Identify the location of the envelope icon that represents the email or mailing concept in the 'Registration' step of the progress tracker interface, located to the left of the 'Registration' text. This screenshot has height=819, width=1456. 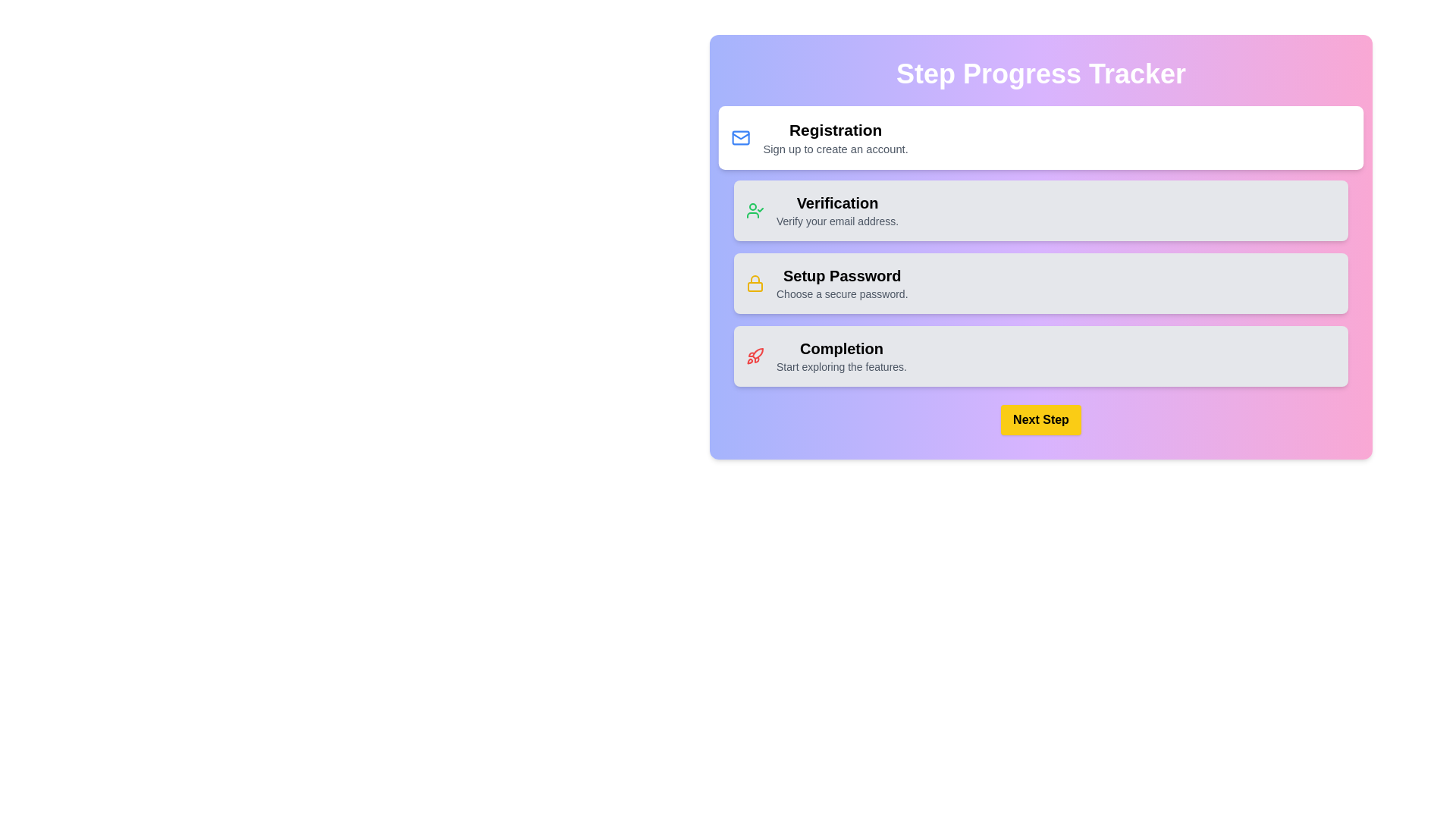
(741, 137).